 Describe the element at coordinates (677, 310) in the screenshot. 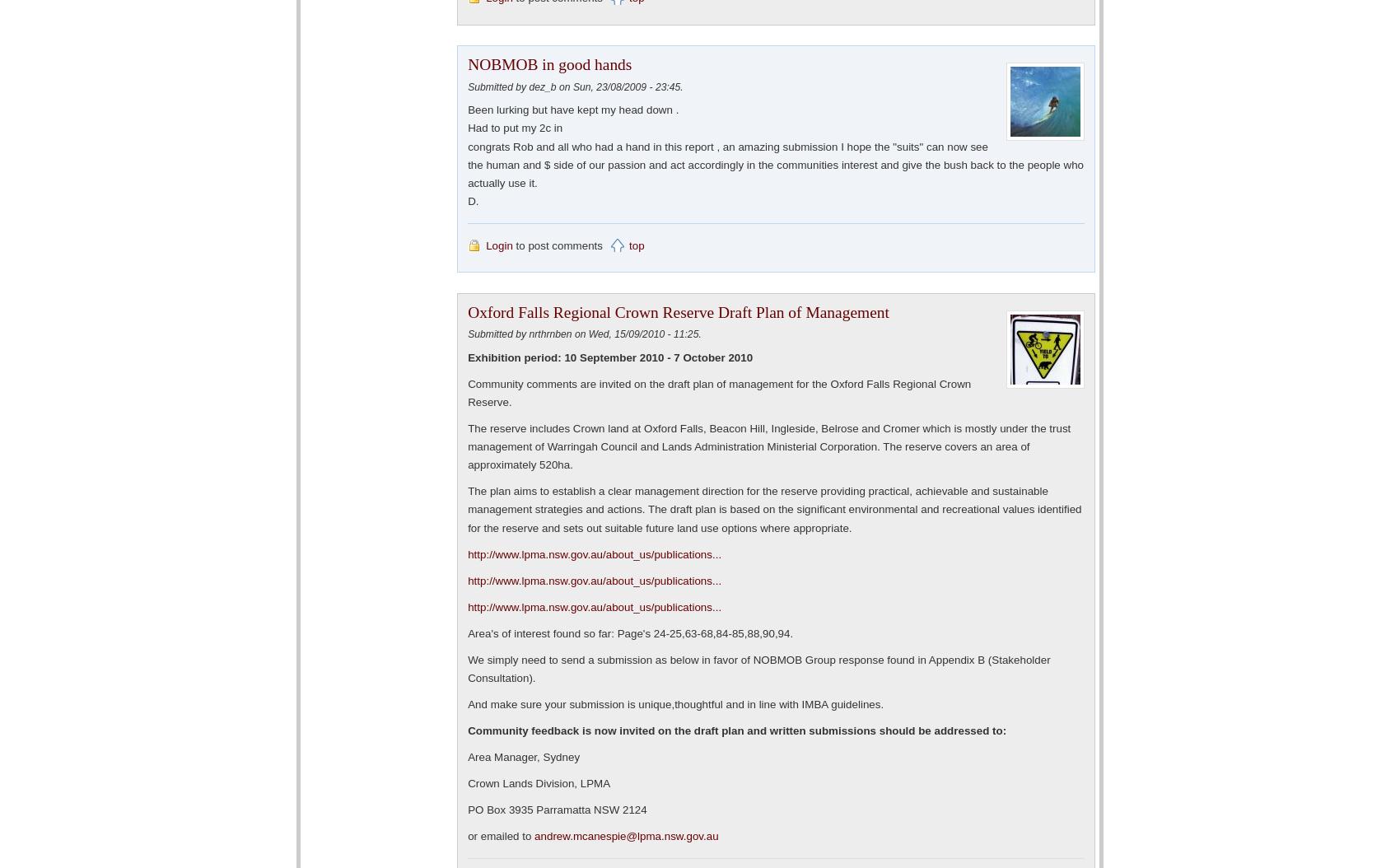

I see `'Oxford Falls Regional Crown Reserve Draft Plan of Management'` at that location.